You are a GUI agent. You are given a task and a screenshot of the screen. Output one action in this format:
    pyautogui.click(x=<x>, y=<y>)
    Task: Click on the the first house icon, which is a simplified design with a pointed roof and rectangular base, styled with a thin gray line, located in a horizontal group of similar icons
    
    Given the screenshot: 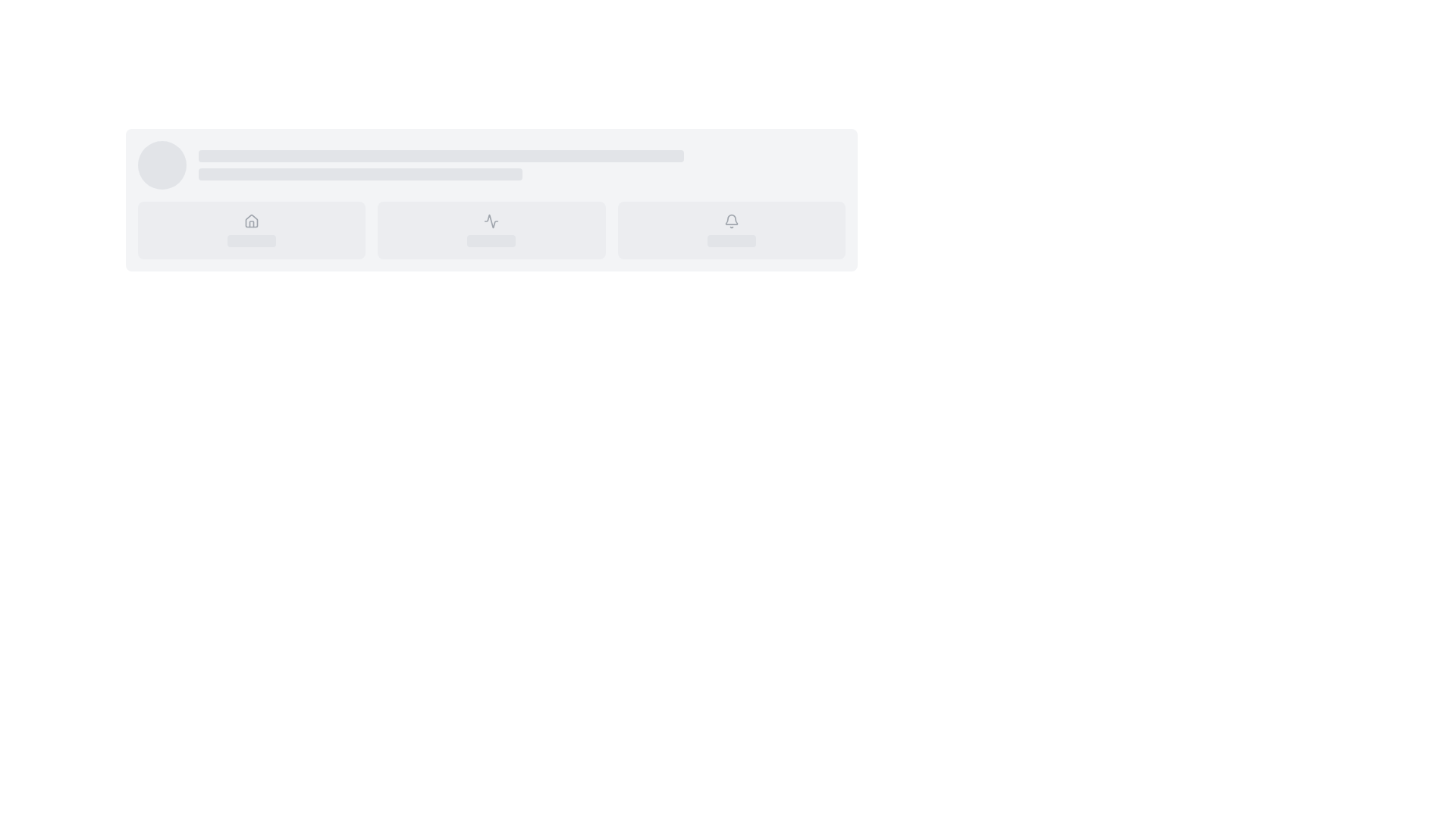 What is the action you would take?
    pyautogui.click(x=252, y=221)
    